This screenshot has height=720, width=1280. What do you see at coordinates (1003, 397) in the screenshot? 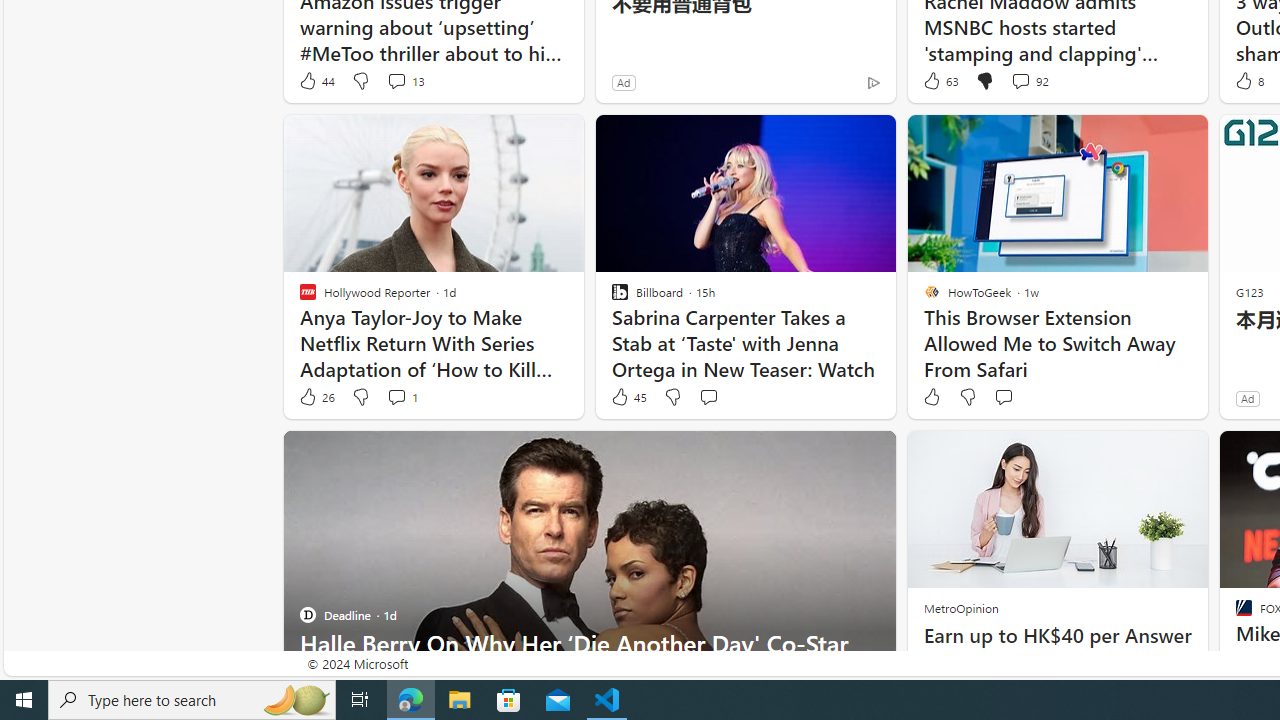
I see `'Start the conversation'` at bounding box center [1003, 397].